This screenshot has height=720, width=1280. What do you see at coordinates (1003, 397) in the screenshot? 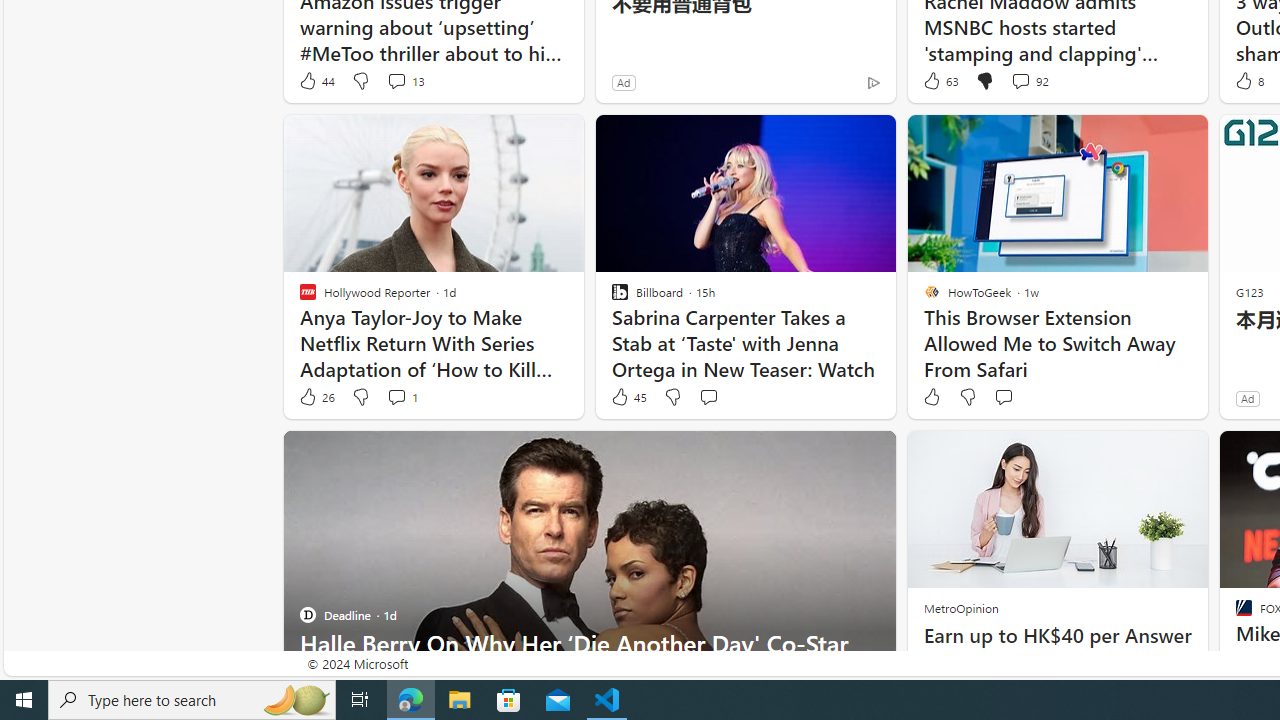
I see `'Start the conversation'` at bounding box center [1003, 397].